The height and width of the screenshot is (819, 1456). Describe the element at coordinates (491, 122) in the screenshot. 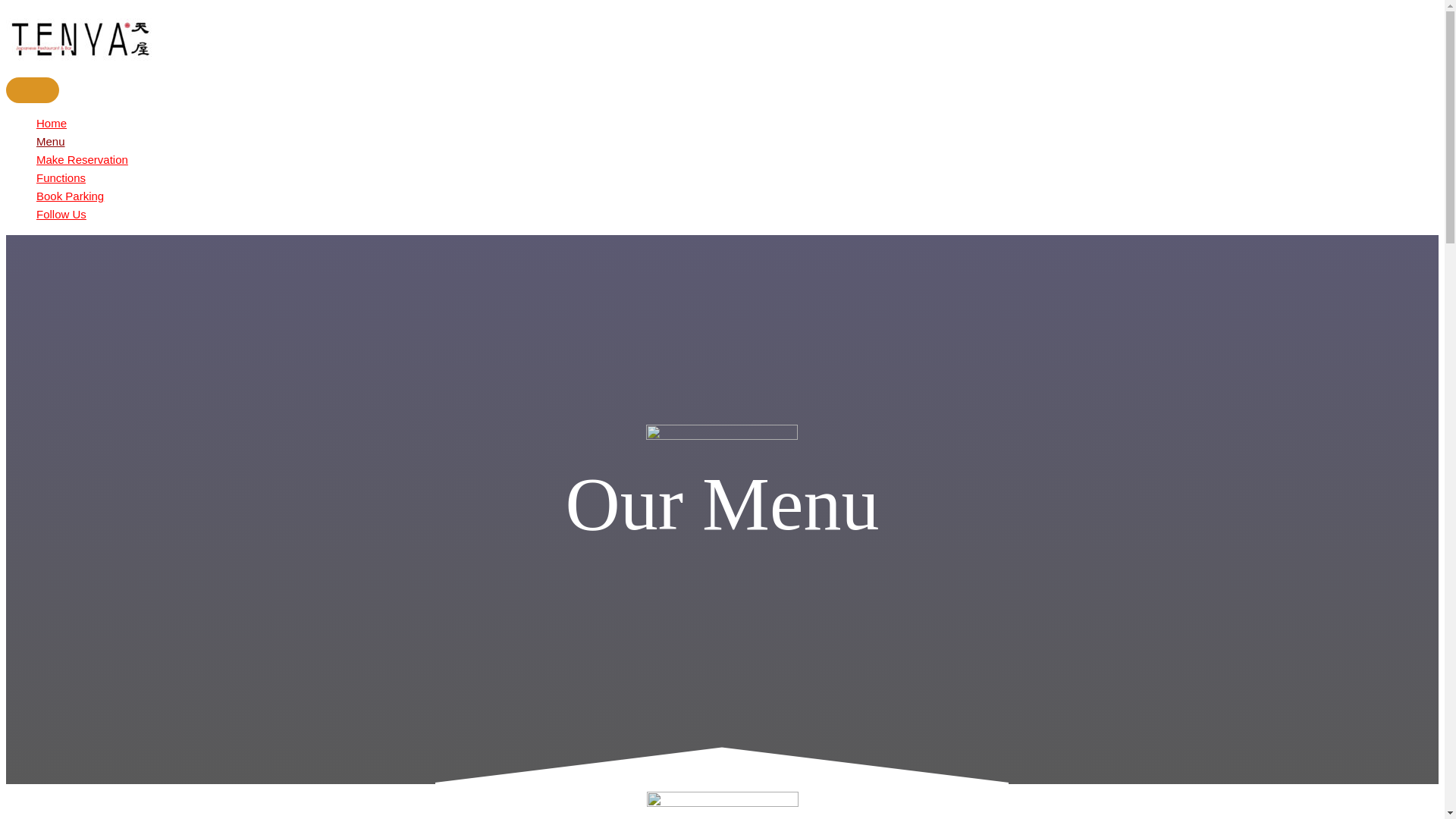

I see `'Home'` at that location.